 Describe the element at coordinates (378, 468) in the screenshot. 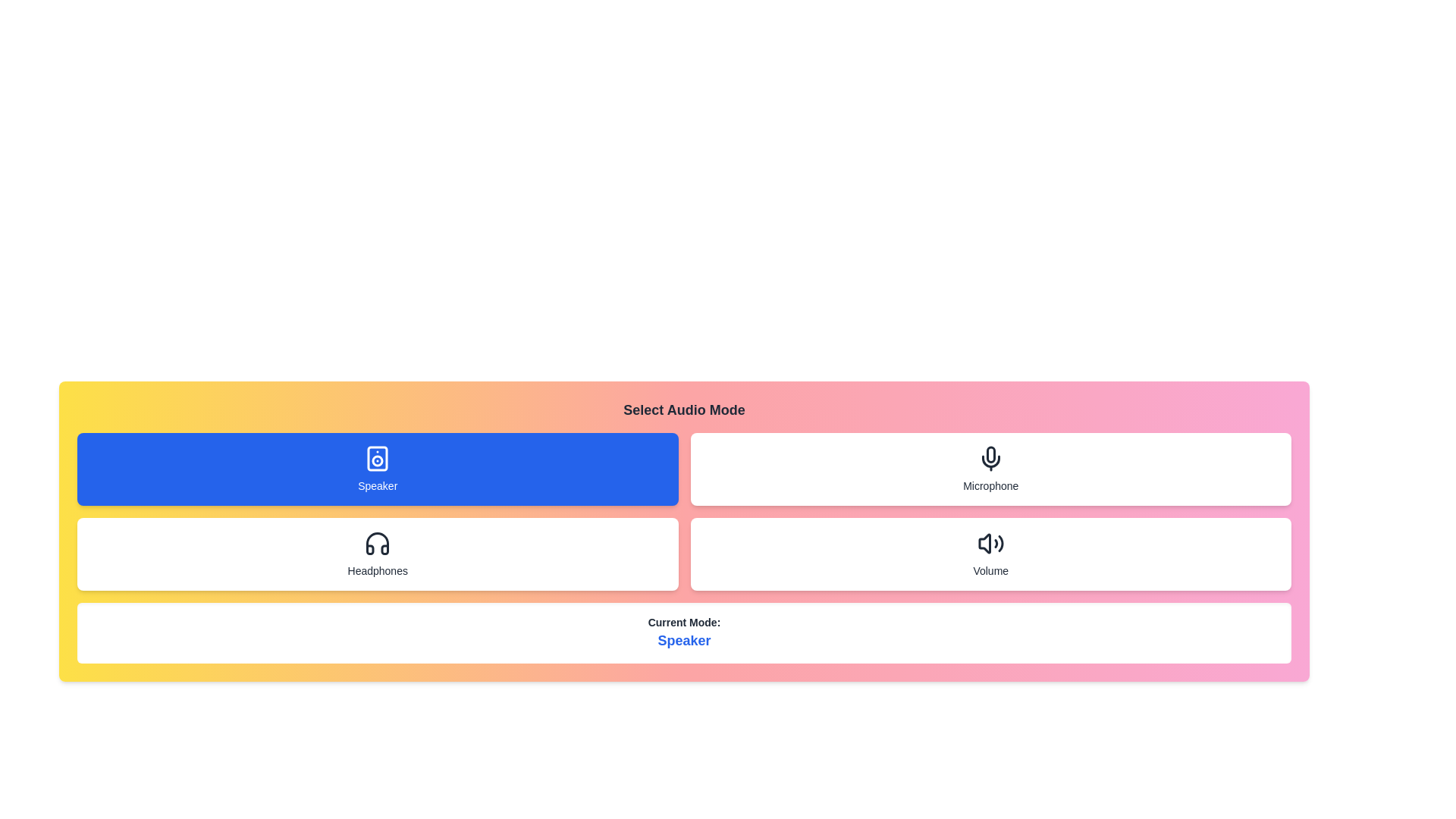

I see `the audio mode to Speaker` at that location.